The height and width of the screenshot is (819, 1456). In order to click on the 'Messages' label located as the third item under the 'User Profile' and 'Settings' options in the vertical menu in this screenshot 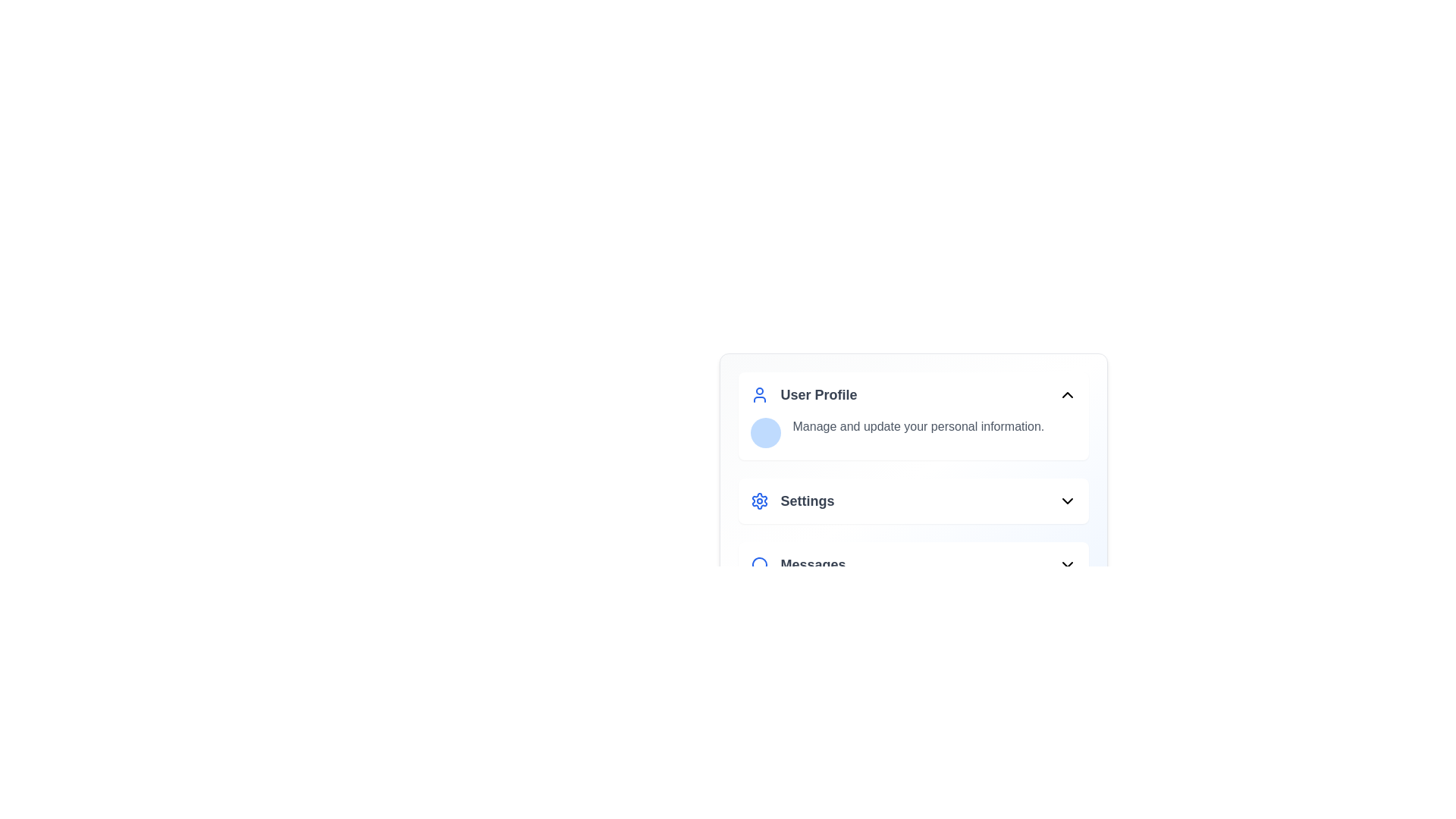, I will do `click(812, 564)`.